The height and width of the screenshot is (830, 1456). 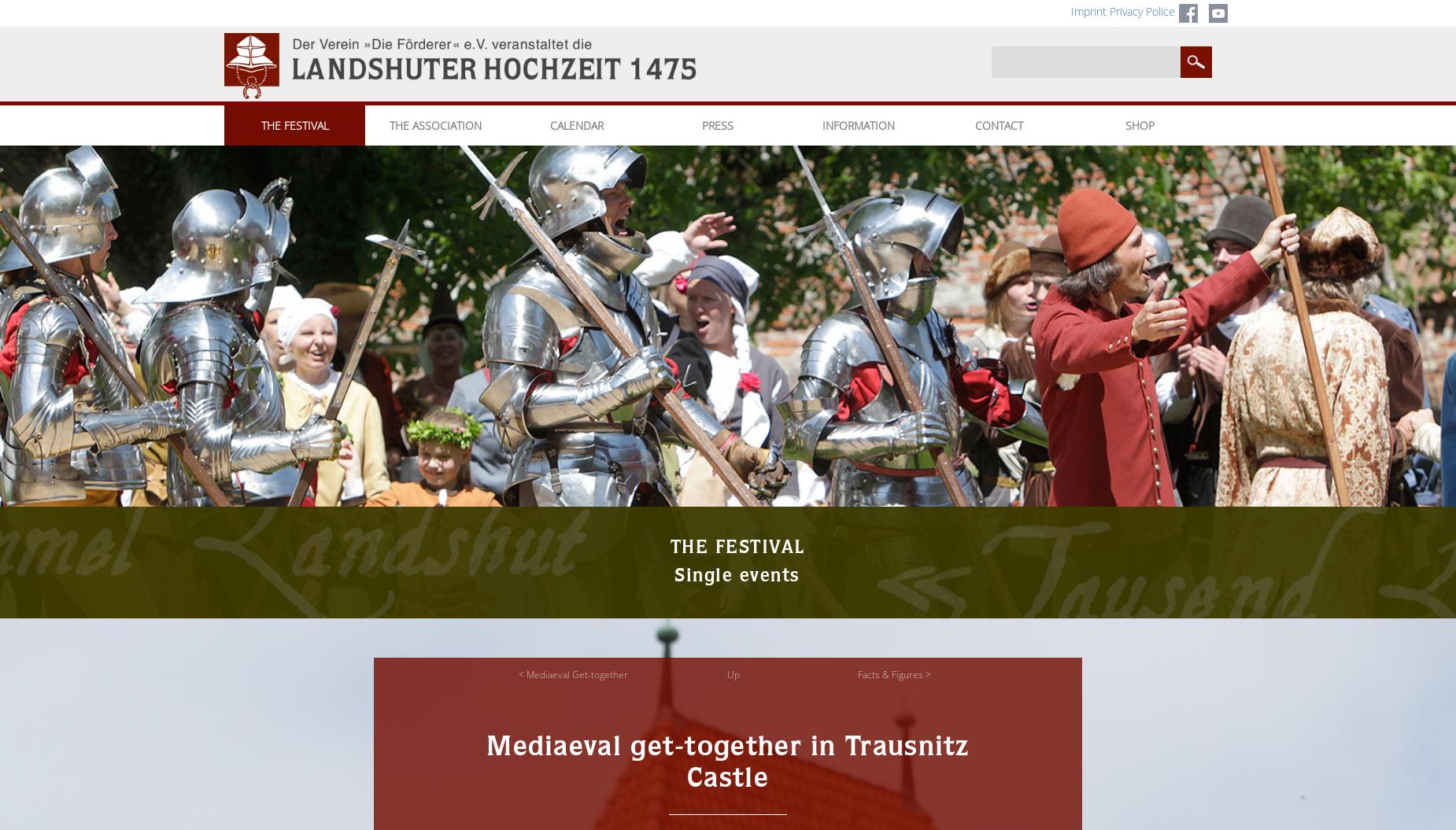 I want to click on 'Up', so click(x=733, y=674).